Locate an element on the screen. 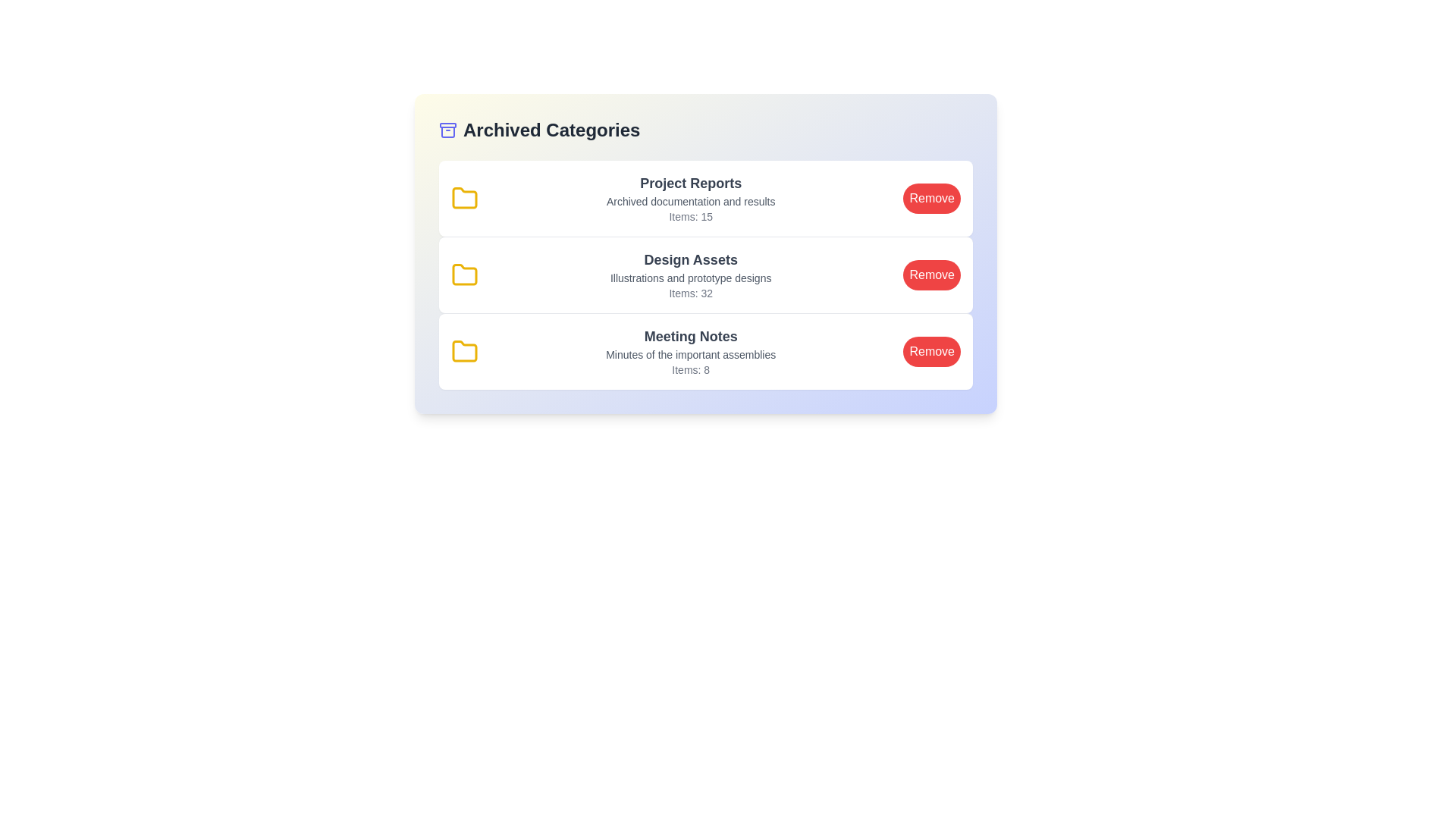 This screenshot has height=819, width=1456. 'Remove' button for the category Design Assets is located at coordinates (931, 275).